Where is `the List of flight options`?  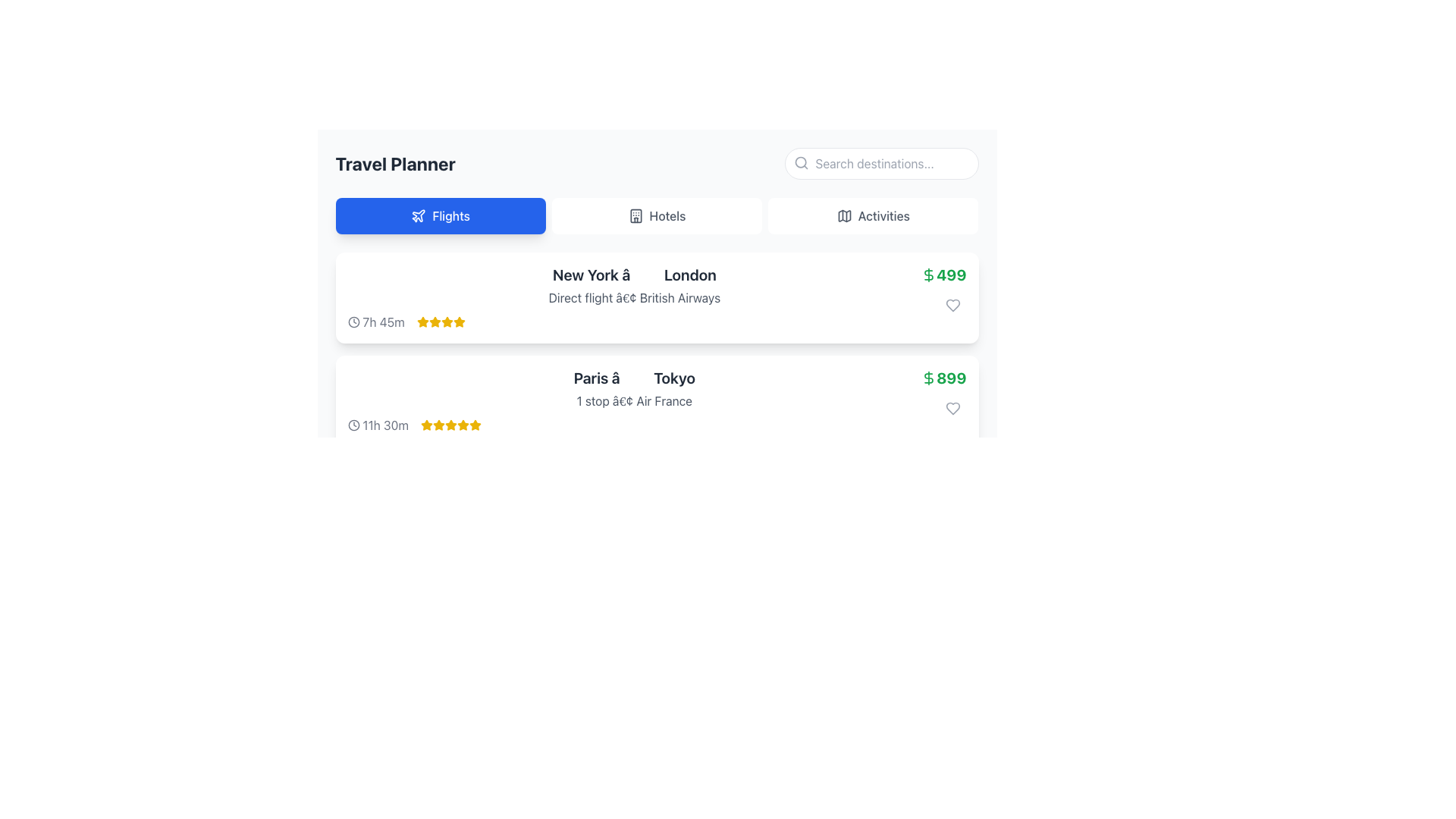 the List of flight options is located at coordinates (657, 350).